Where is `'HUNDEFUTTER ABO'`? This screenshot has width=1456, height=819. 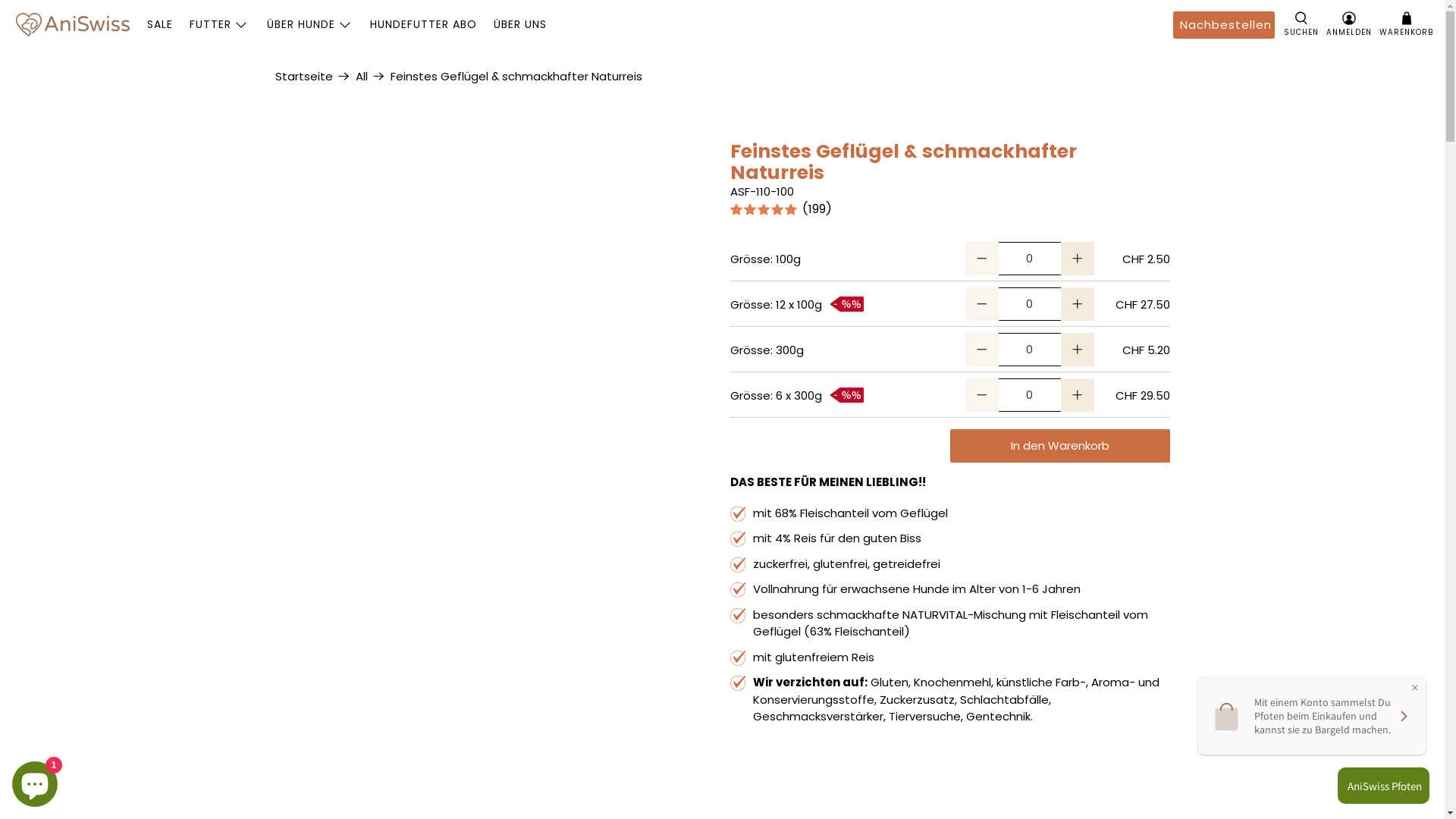 'HUNDEFUTTER ABO' is located at coordinates (422, 24).